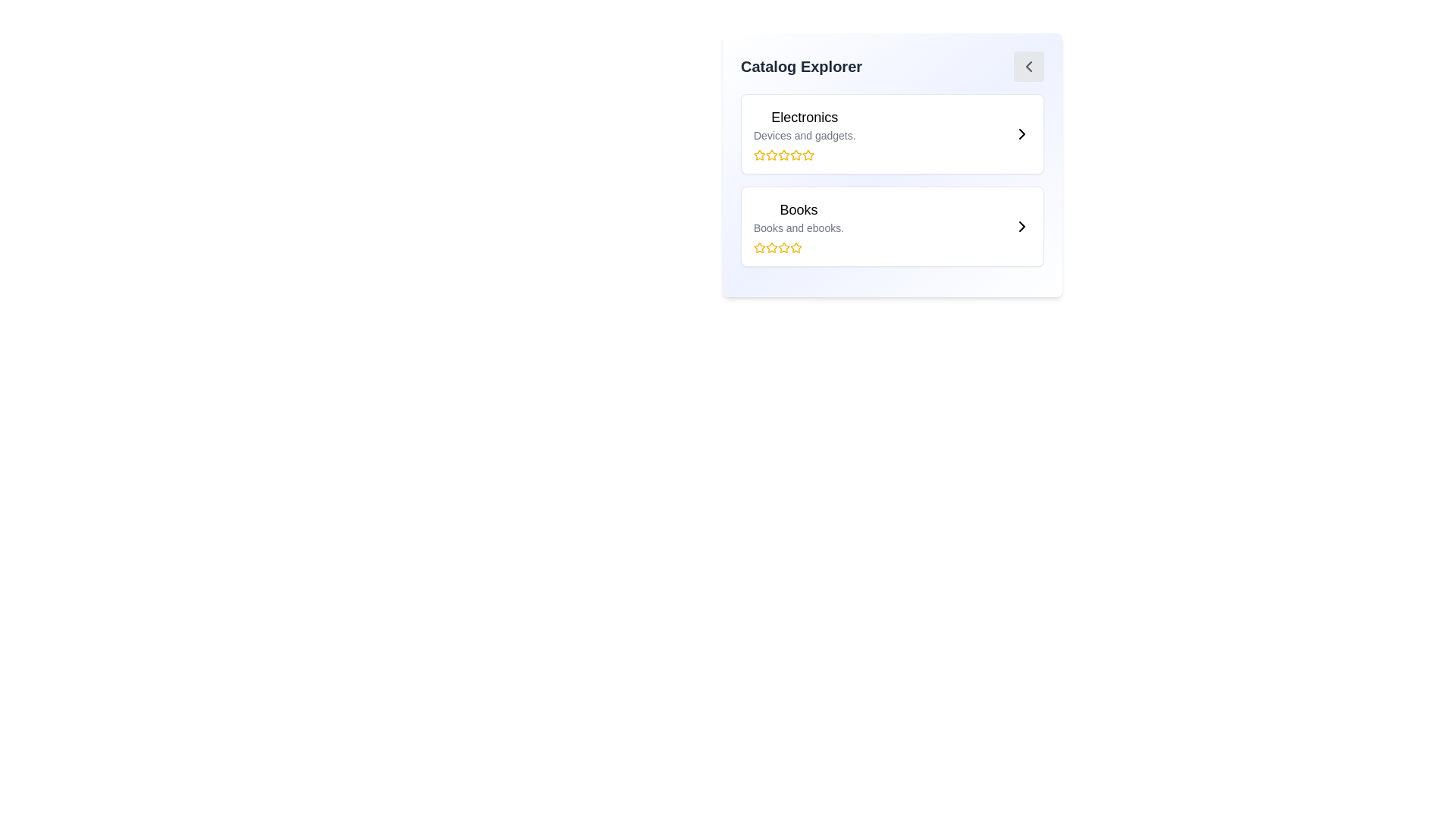  I want to click on the chevron left icon, which is a black minimalist representation used for navigation and is located in the top-right corner of the Catalog Explorer card, so click(1029, 66).